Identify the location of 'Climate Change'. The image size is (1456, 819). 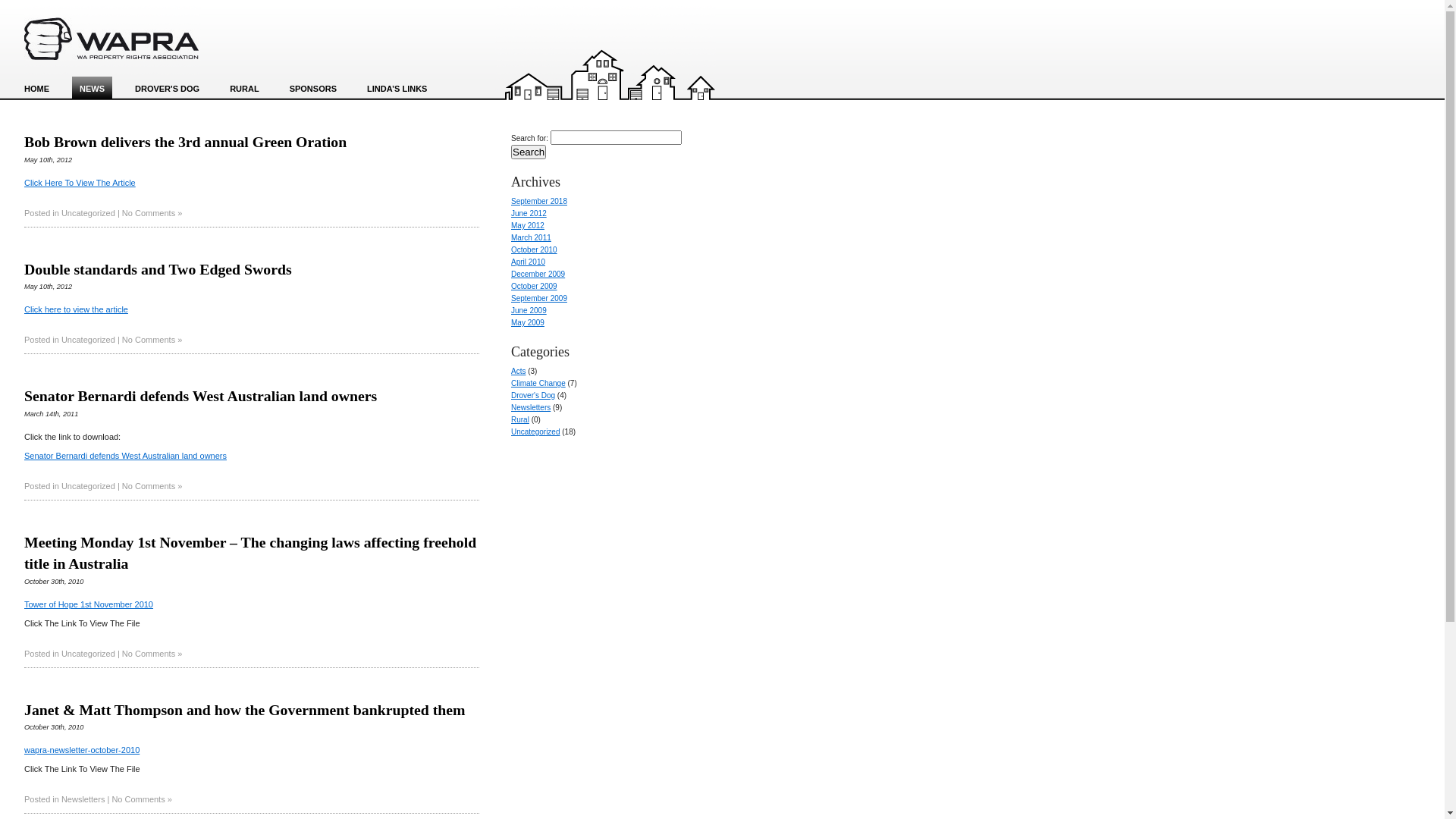
(538, 382).